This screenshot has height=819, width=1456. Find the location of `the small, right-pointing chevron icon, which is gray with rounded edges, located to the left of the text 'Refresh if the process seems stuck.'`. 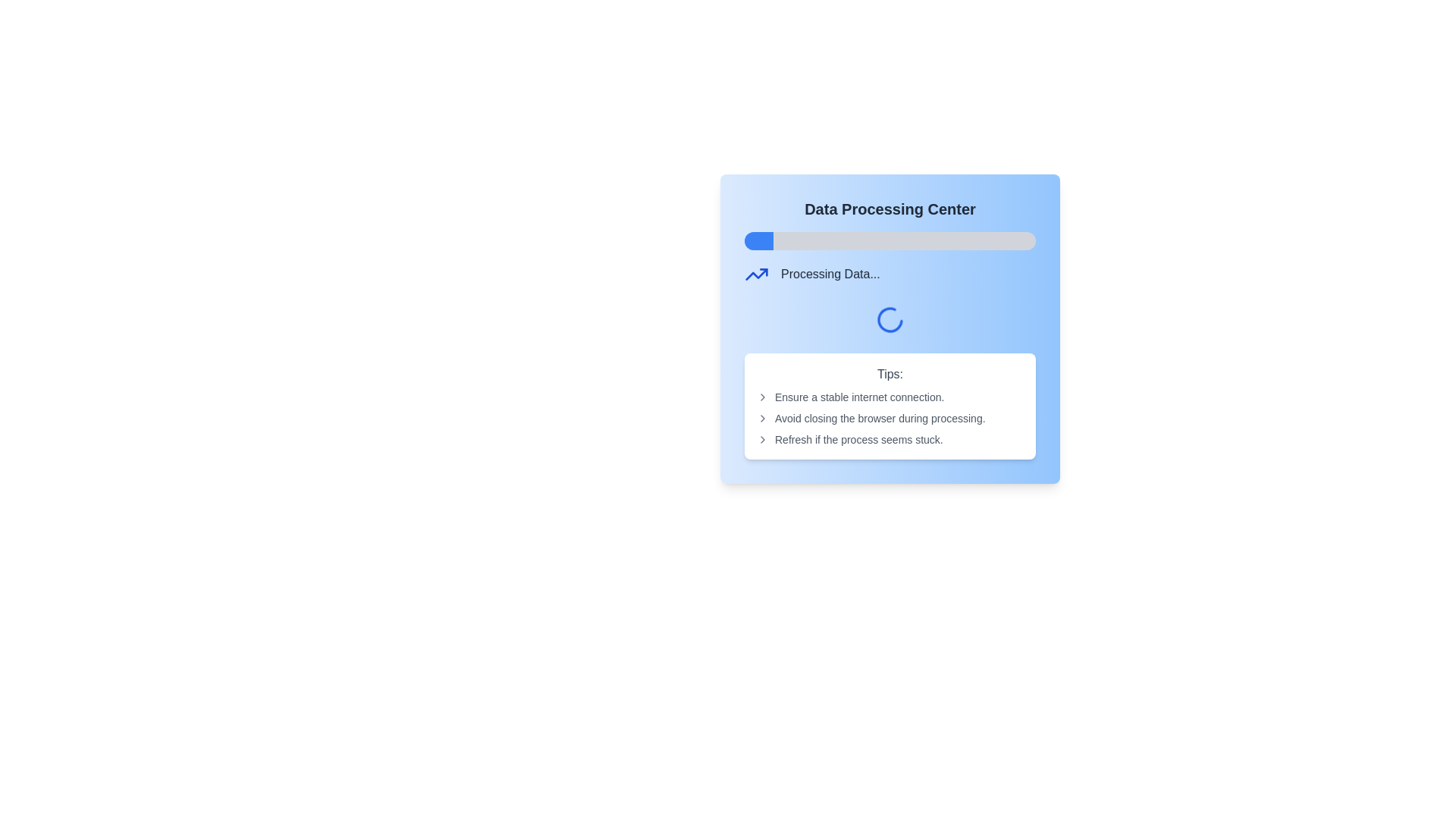

the small, right-pointing chevron icon, which is gray with rounded edges, located to the left of the text 'Refresh if the process seems stuck.' is located at coordinates (763, 439).